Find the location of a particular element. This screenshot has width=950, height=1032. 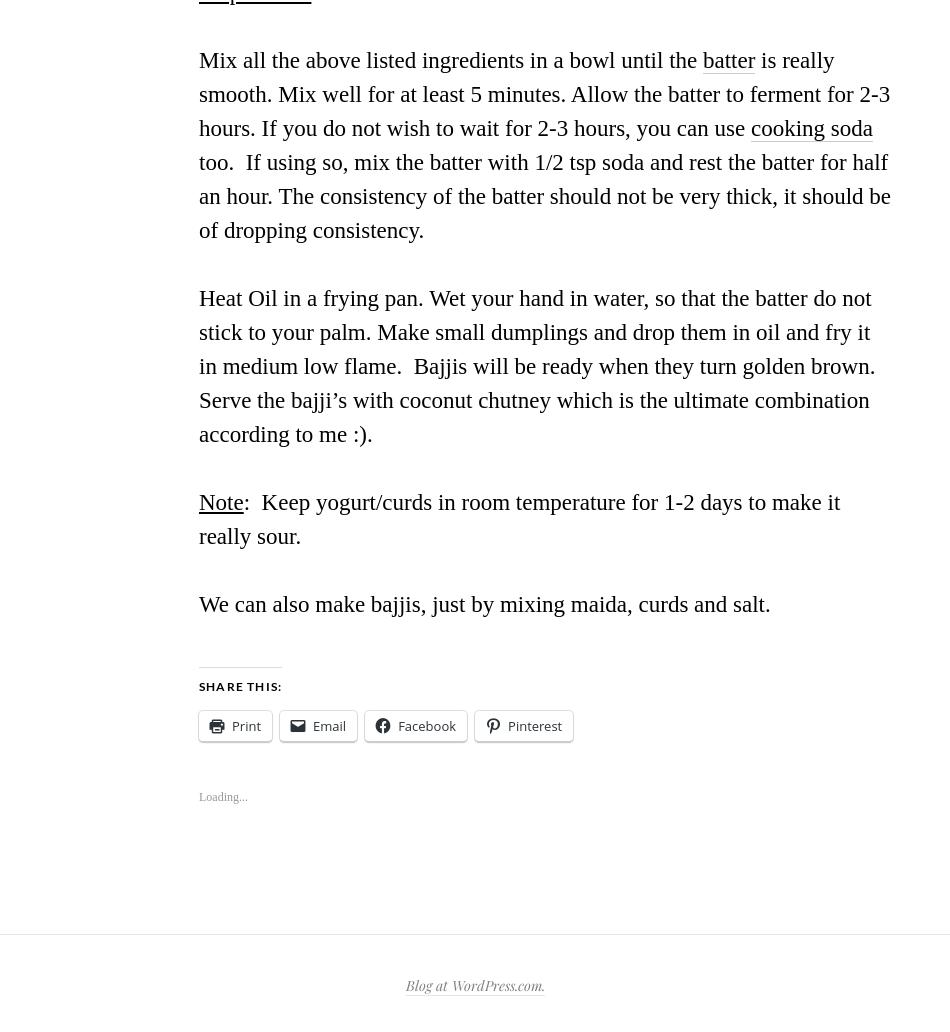

'Loading...' is located at coordinates (223, 795).